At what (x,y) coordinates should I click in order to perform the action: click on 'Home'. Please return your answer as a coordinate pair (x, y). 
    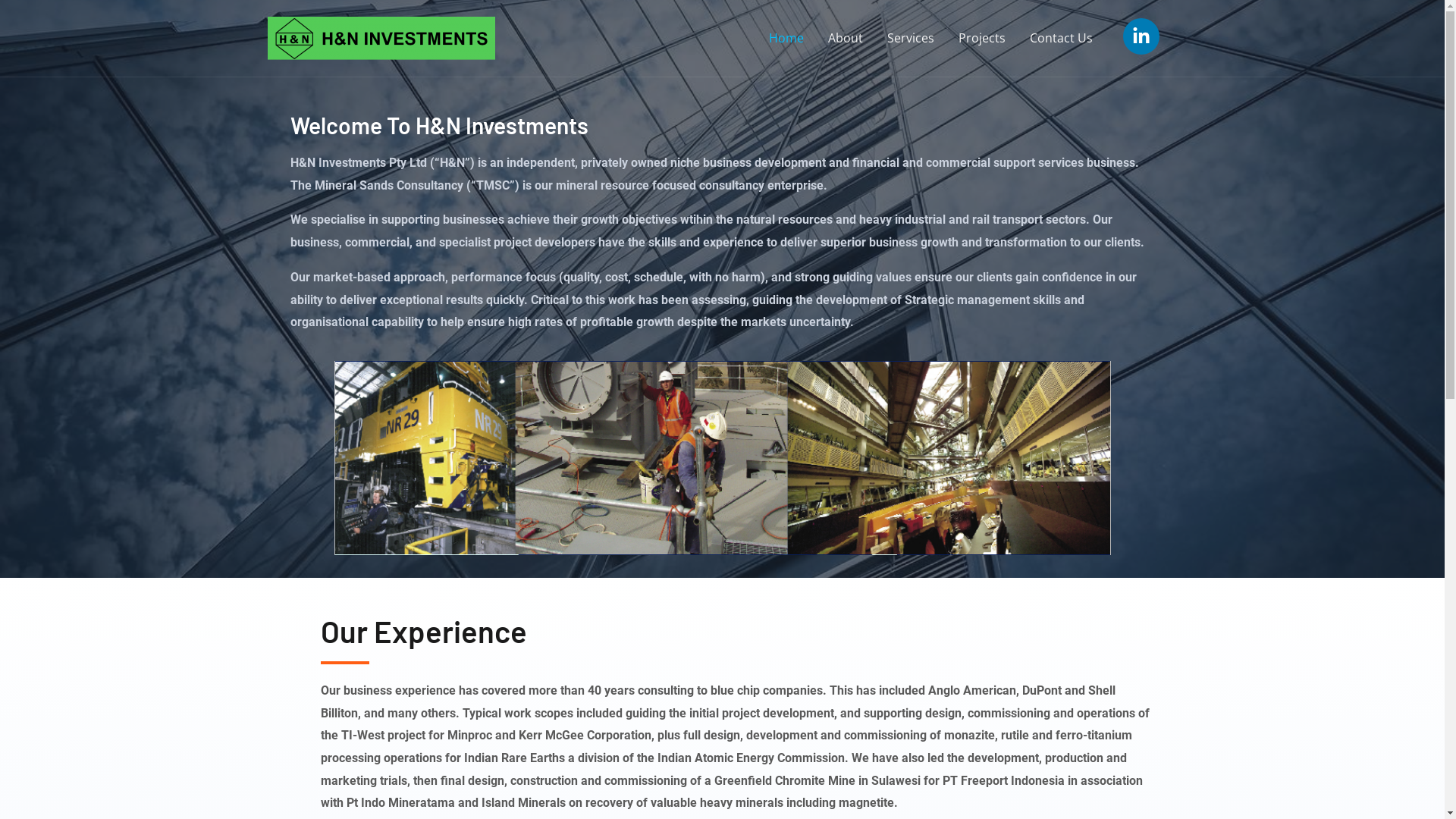
    Looking at the image, I should click on (786, 37).